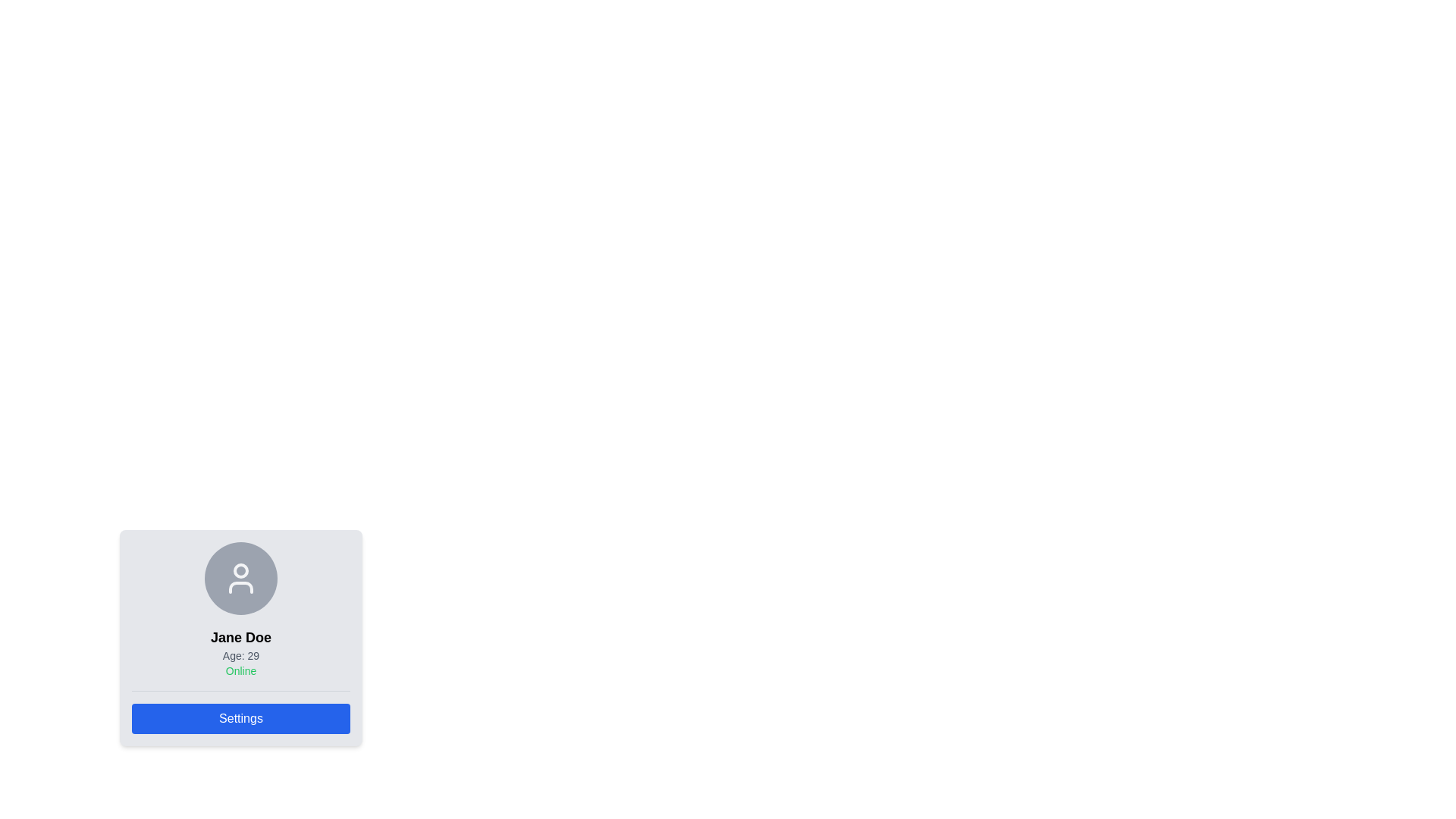  Describe the element at coordinates (240, 654) in the screenshot. I see `the text label displaying 'Age: 29', which is styled in a smaller font and light gray color, positioned below 'Jane Doe' and above 'Online'` at that location.